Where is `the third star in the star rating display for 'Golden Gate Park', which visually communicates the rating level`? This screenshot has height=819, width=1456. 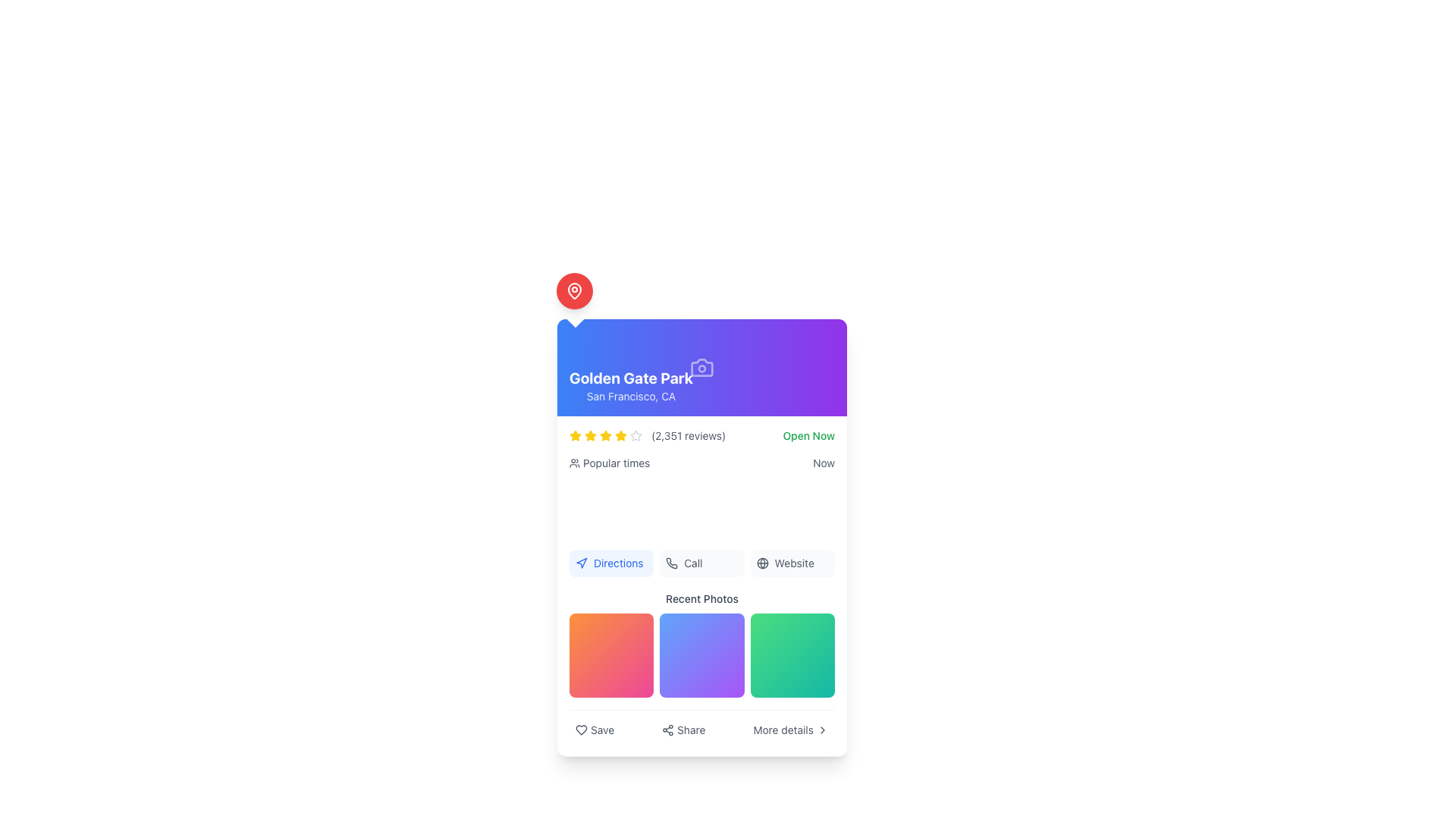 the third star in the star rating display for 'Golden Gate Park', which visually communicates the rating level is located at coordinates (589, 435).